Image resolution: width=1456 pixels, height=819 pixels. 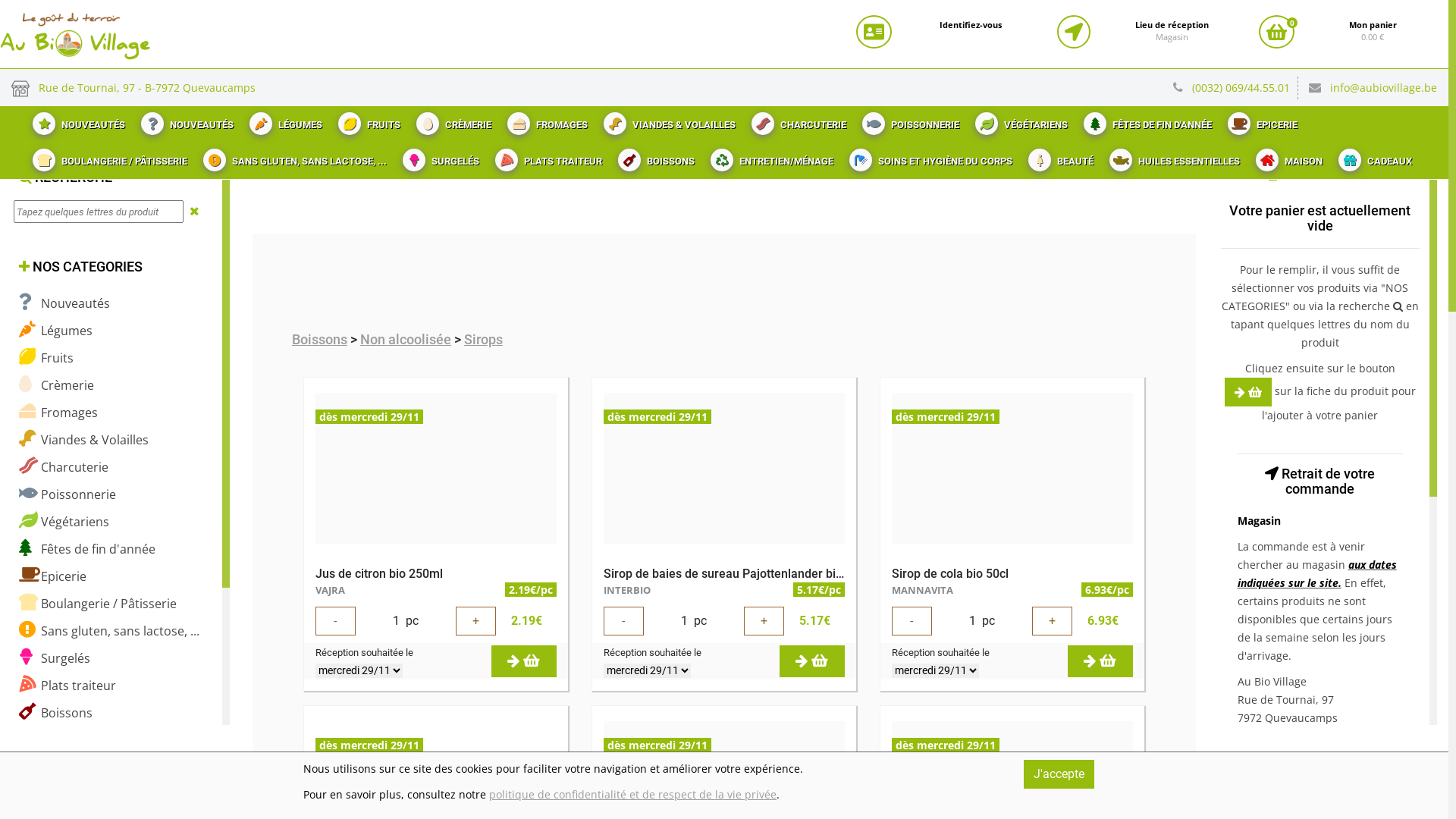 What do you see at coordinates (67, 685) in the screenshot?
I see `'Plats traiteur'` at bounding box center [67, 685].